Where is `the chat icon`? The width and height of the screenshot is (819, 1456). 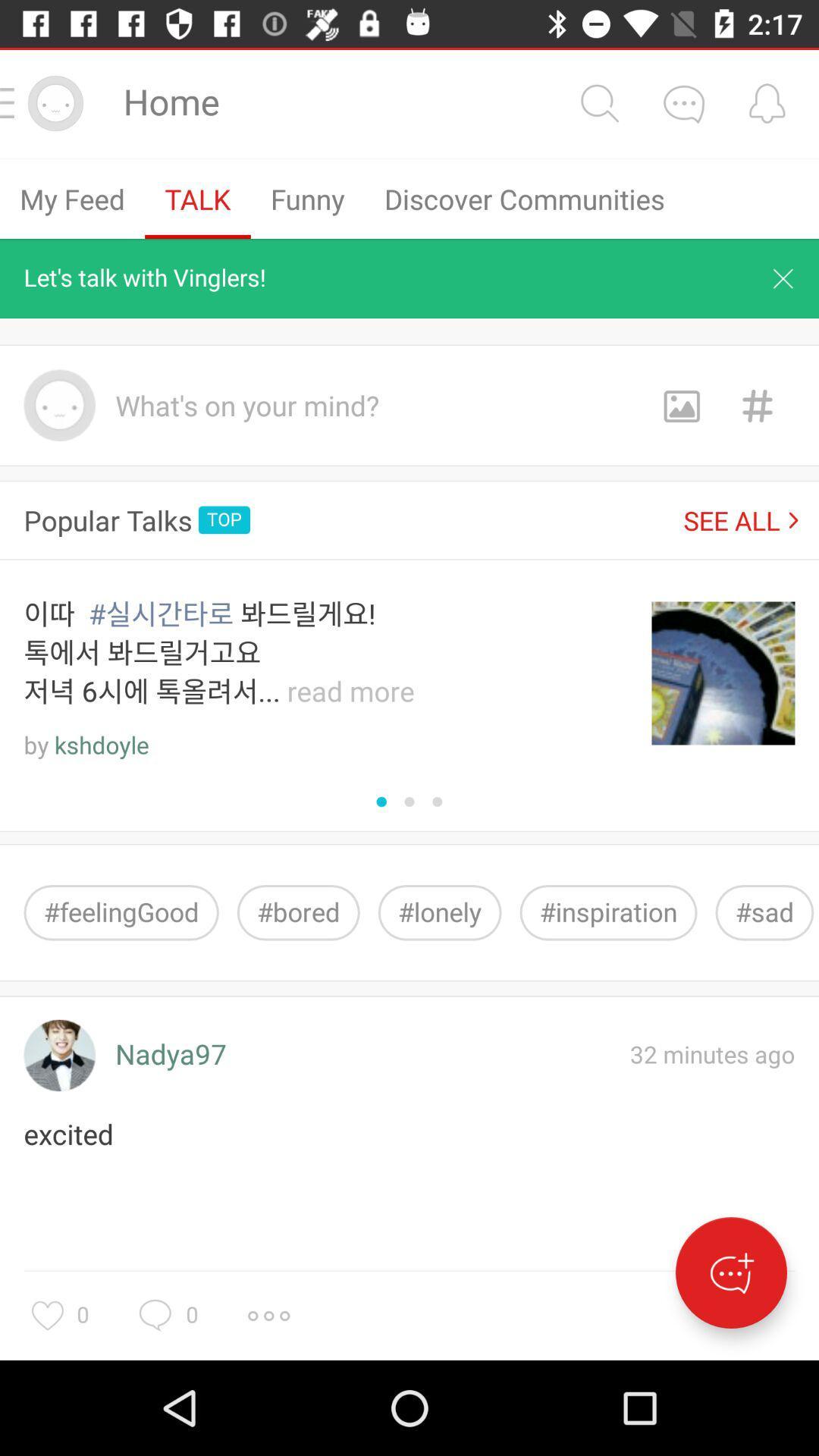
the chat icon is located at coordinates (730, 1272).